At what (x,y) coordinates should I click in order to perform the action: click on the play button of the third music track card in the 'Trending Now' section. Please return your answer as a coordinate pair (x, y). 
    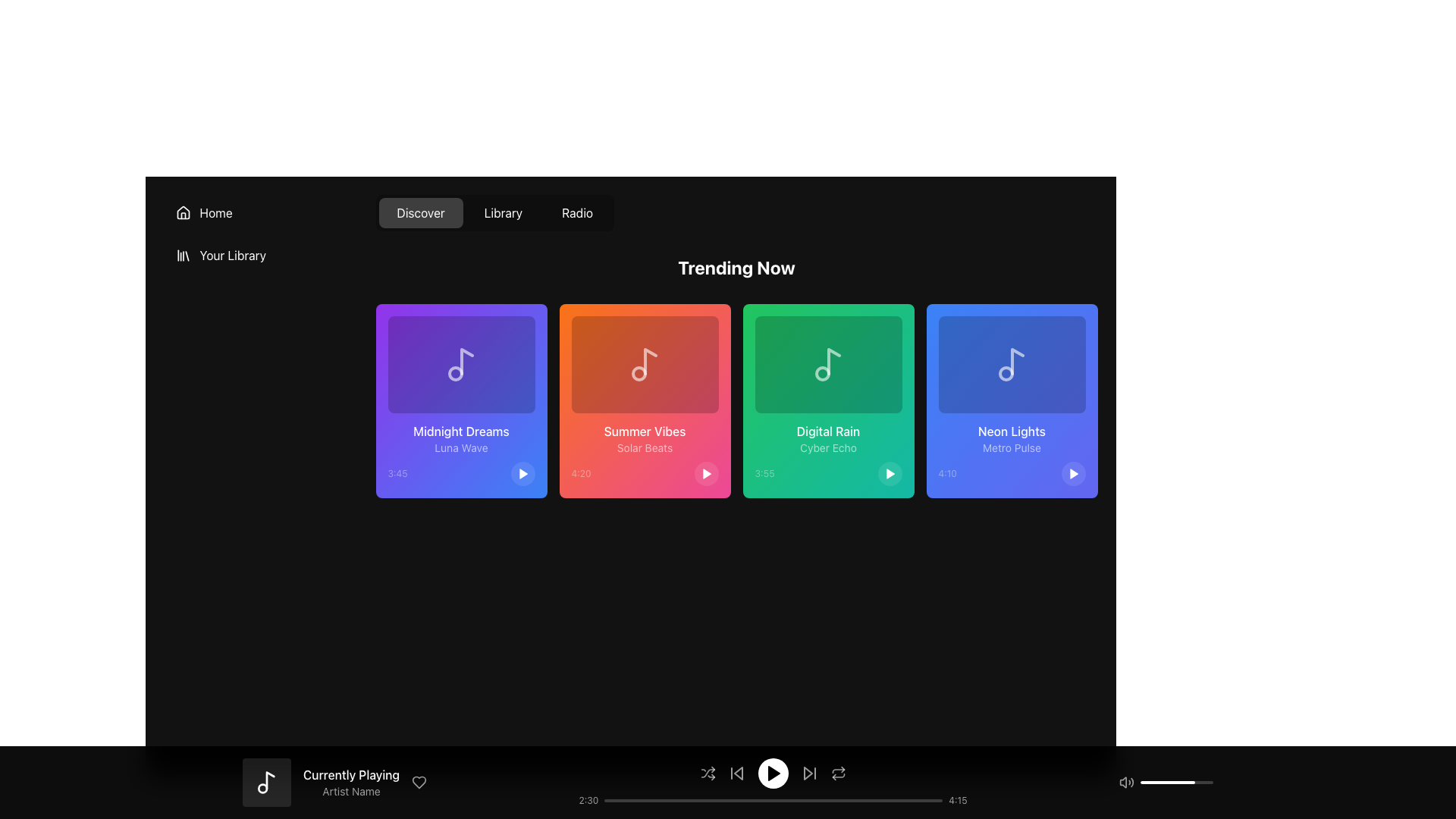
    Looking at the image, I should click on (827, 400).